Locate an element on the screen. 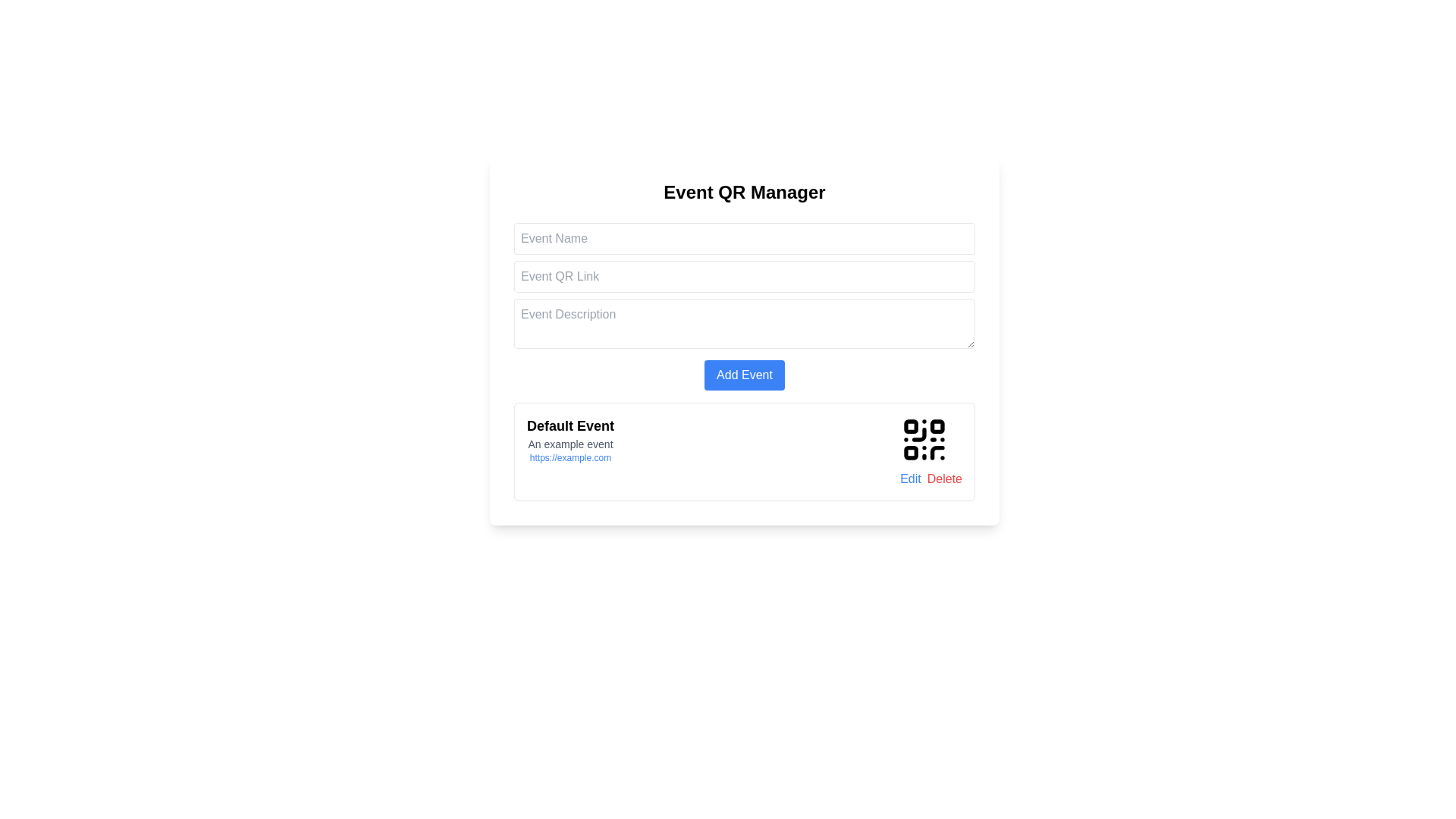  the top-left square of the QR code, which is a graphical subcomponent necessary for machine reading QR data, located within a 3x3 grid arrangement is located at coordinates (910, 426).